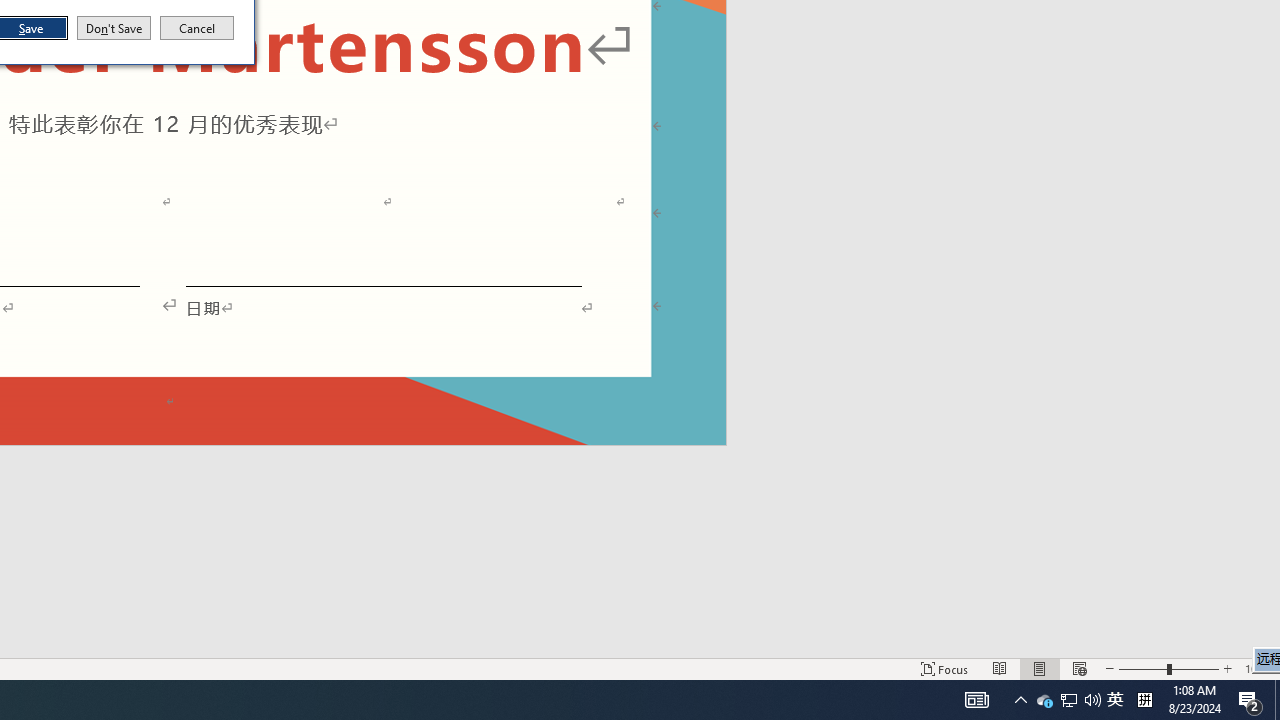 The height and width of the screenshot is (720, 1280). I want to click on 'Show desktop', so click(1276, 698).